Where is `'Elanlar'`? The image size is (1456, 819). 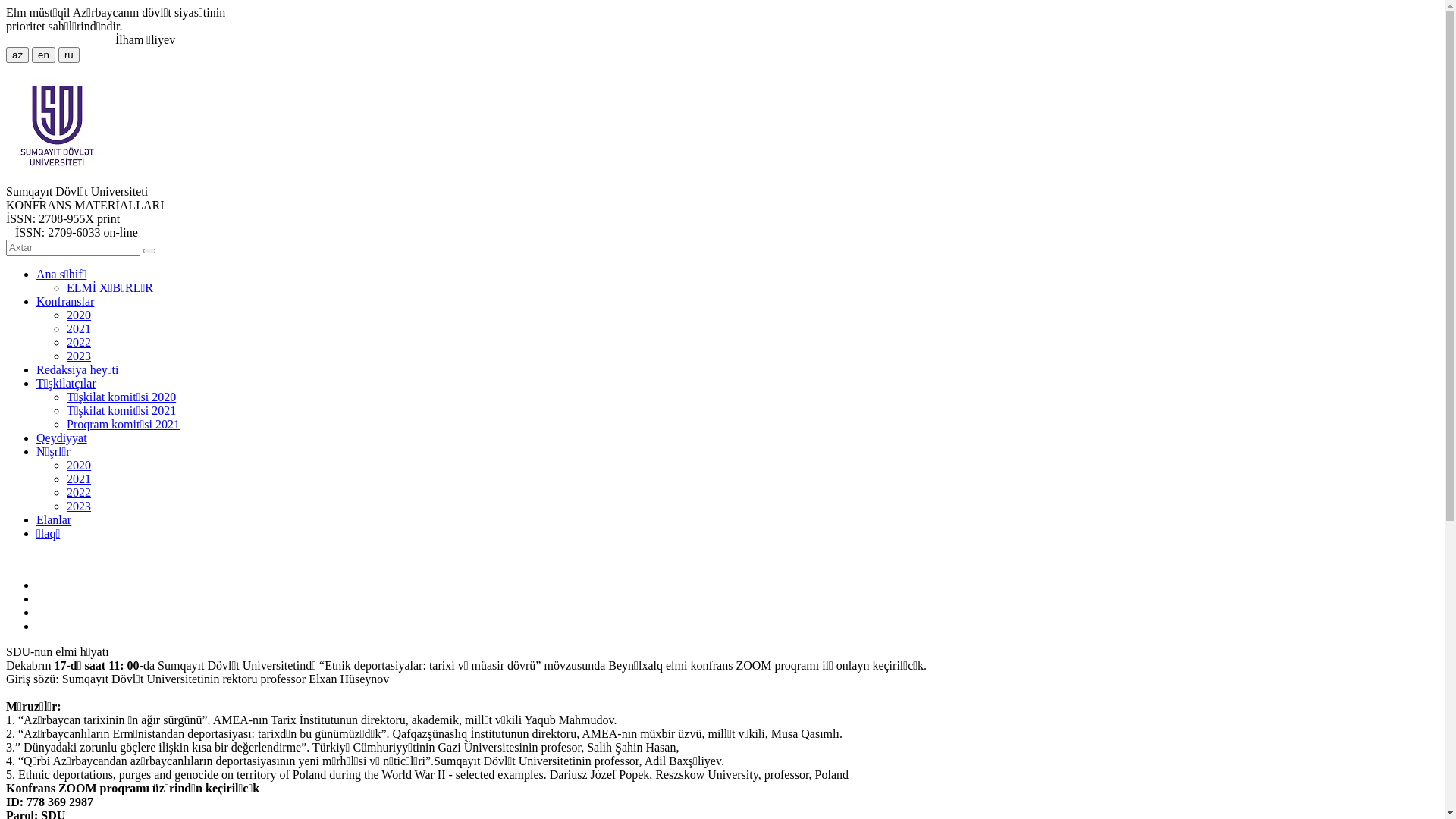 'Elanlar' is located at coordinates (36, 519).